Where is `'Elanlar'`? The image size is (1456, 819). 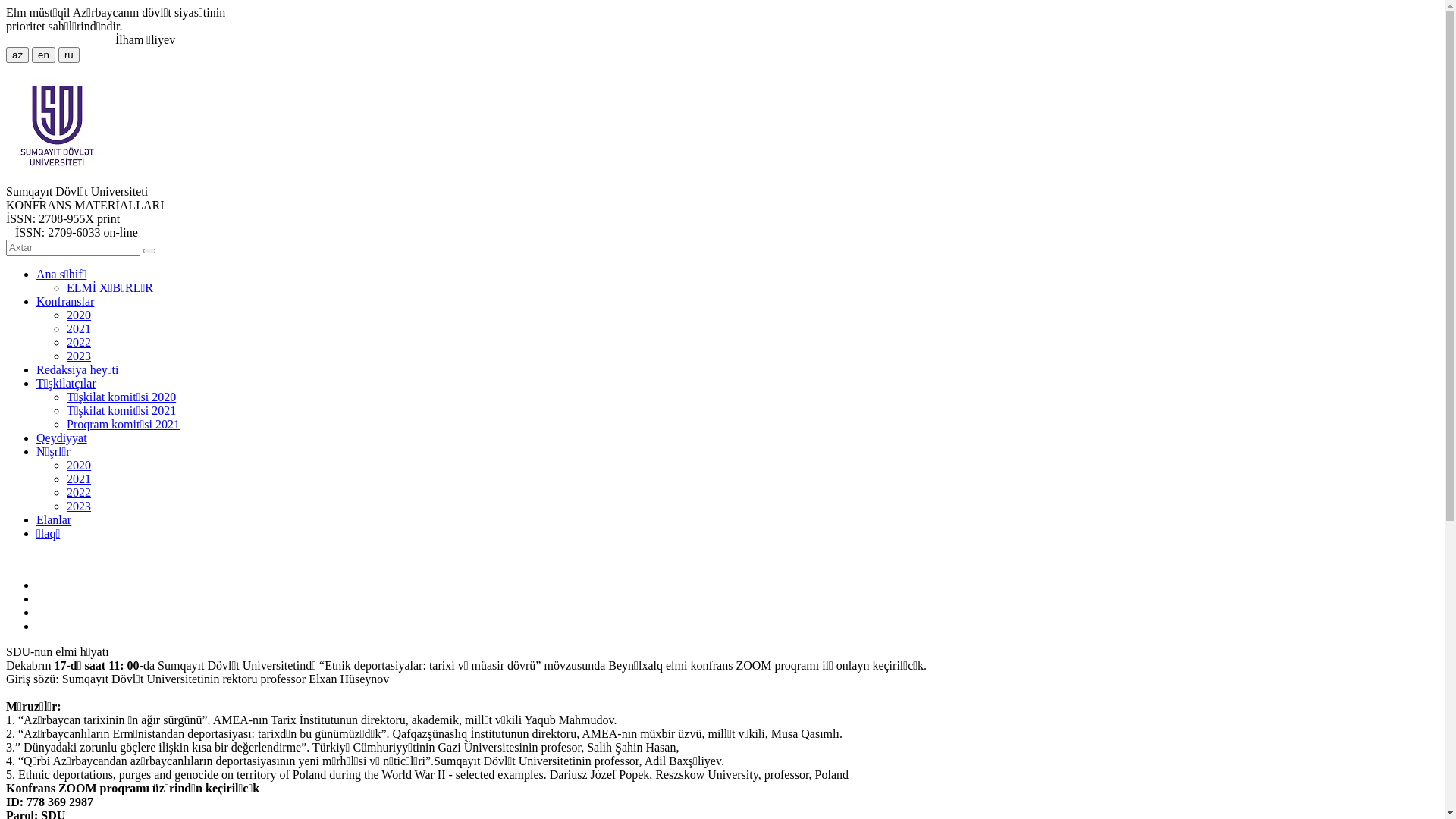 'Elanlar' is located at coordinates (36, 519).